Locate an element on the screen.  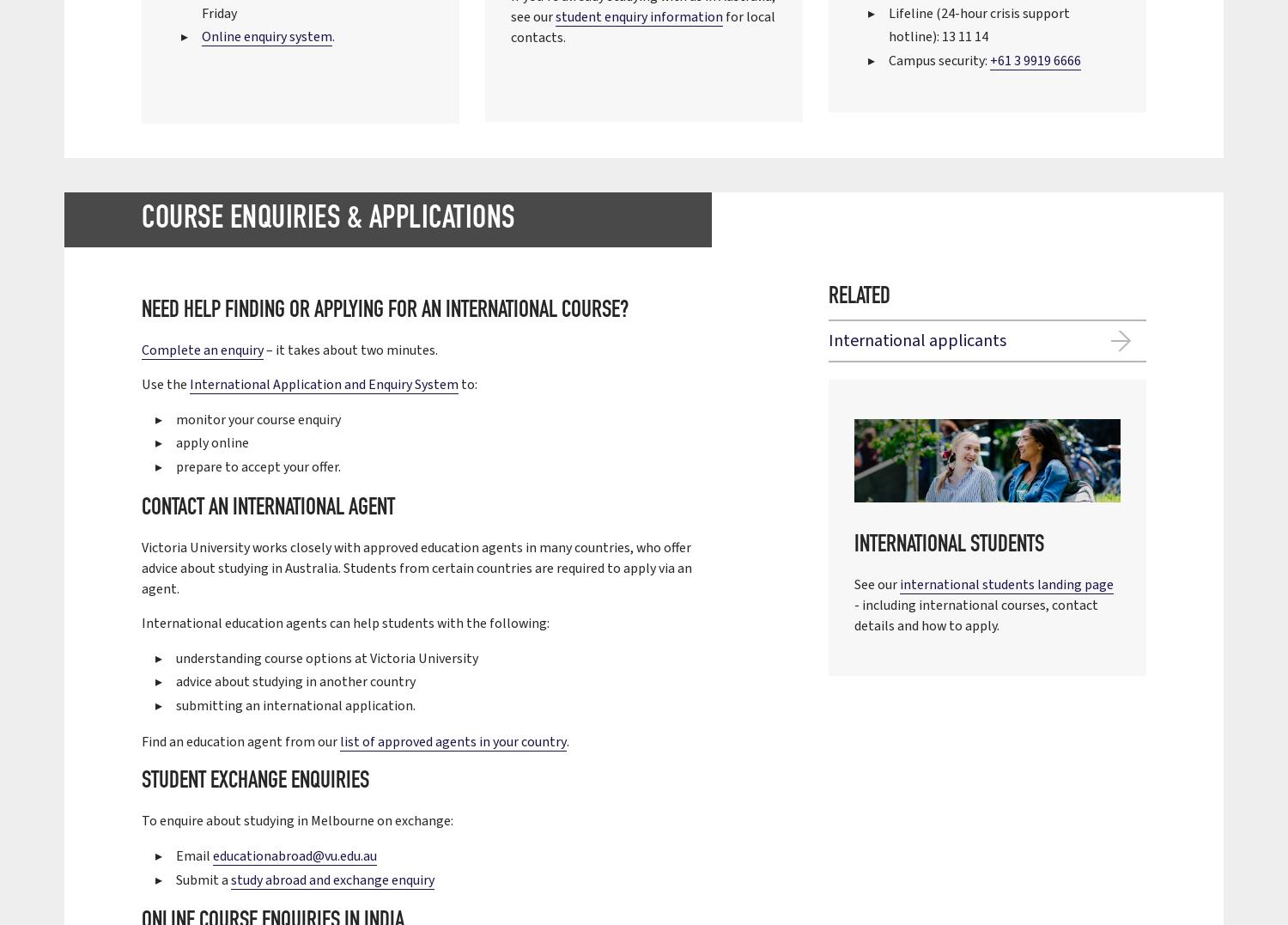
'prepare to accept your offer.' is located at coordinates (258, 466).